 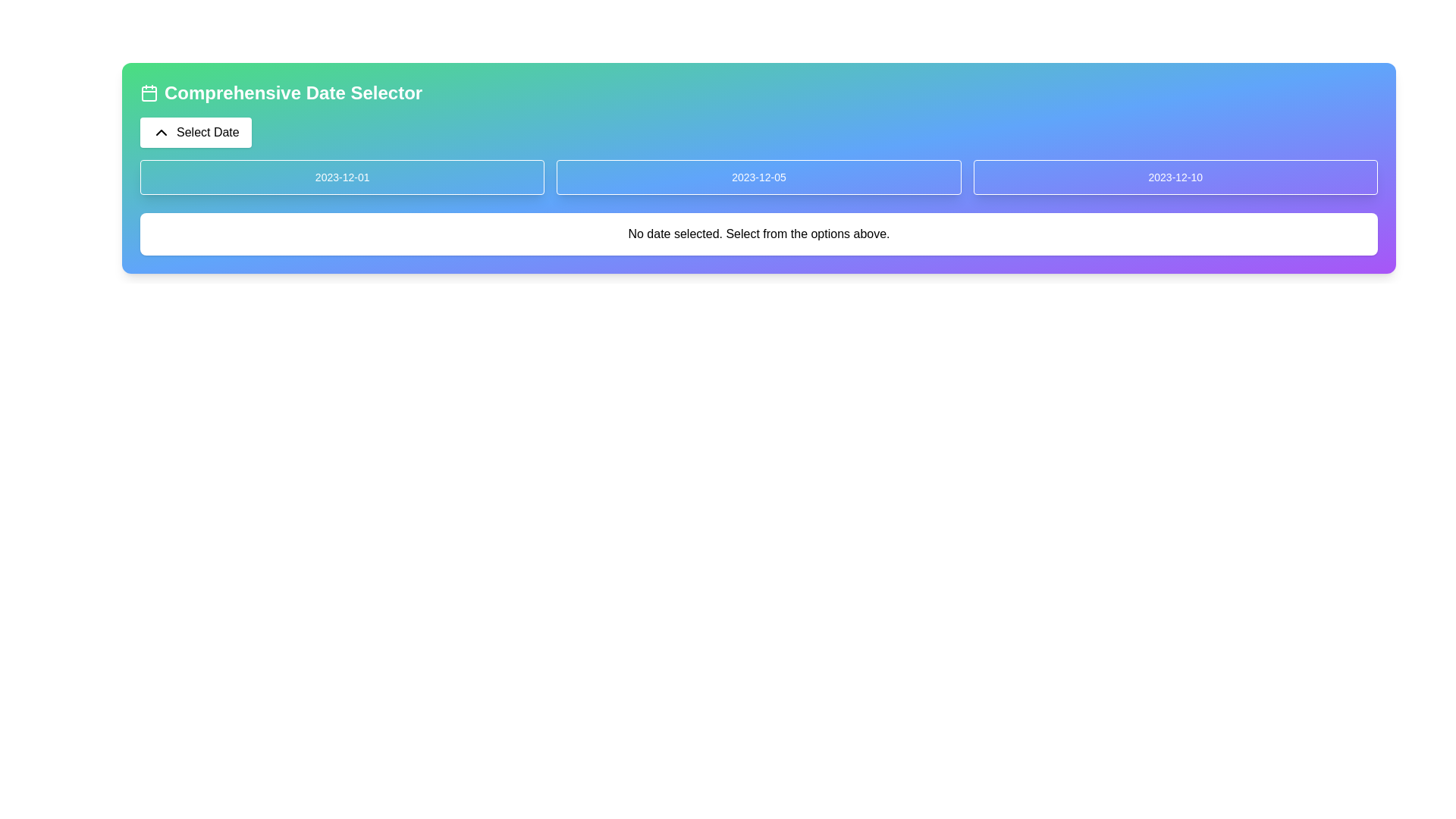 What do you see at coordinates (759, 177) in the screenshot?
I see `the button labeled '2023-12-05'` at bounding box center [759, 177].